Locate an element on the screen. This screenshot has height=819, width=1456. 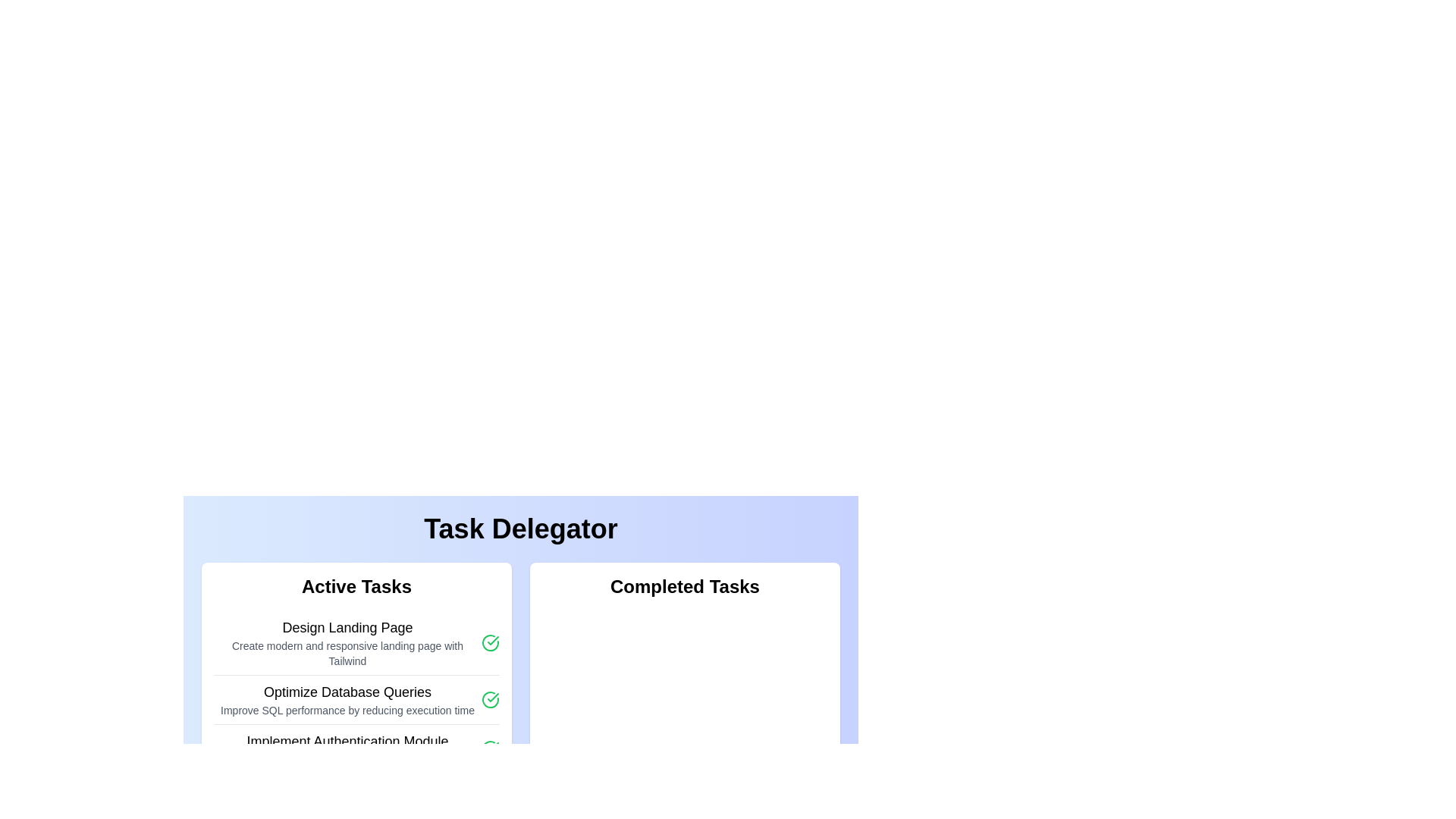
the third list item under 'Active Tasks' in the left panel of the interface is located at coordinates (356, 748).